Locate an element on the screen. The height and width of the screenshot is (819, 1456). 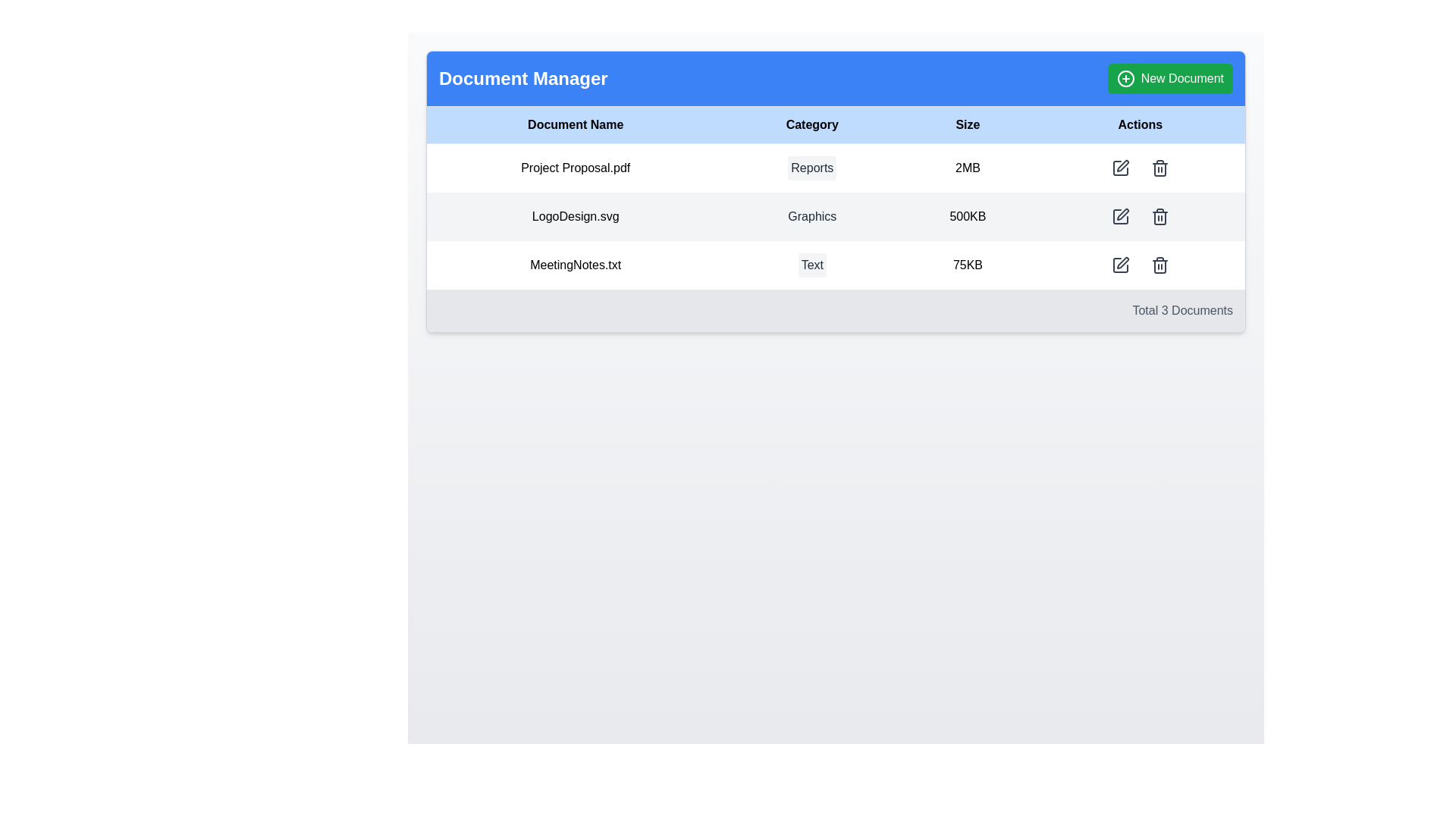
the trash icon located is located at coordinates (1159, 265).